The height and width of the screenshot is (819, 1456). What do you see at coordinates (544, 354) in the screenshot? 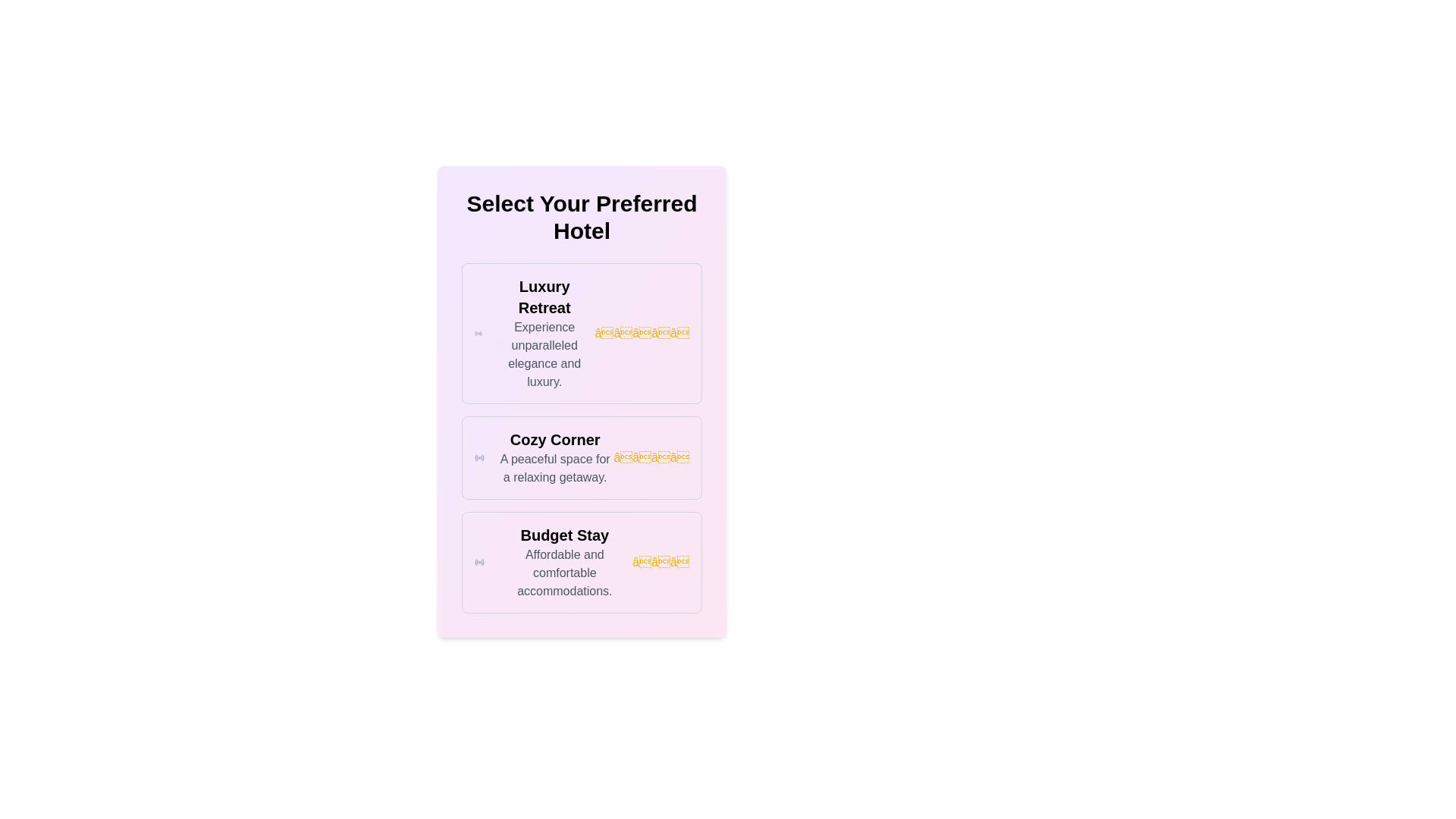
I see `the text element that describes 'Experience unparalleled elegance and luxury.' located in the 'Luxury Retreat' section, positioned directly beneath the section title` at bounding box center [544, 354].